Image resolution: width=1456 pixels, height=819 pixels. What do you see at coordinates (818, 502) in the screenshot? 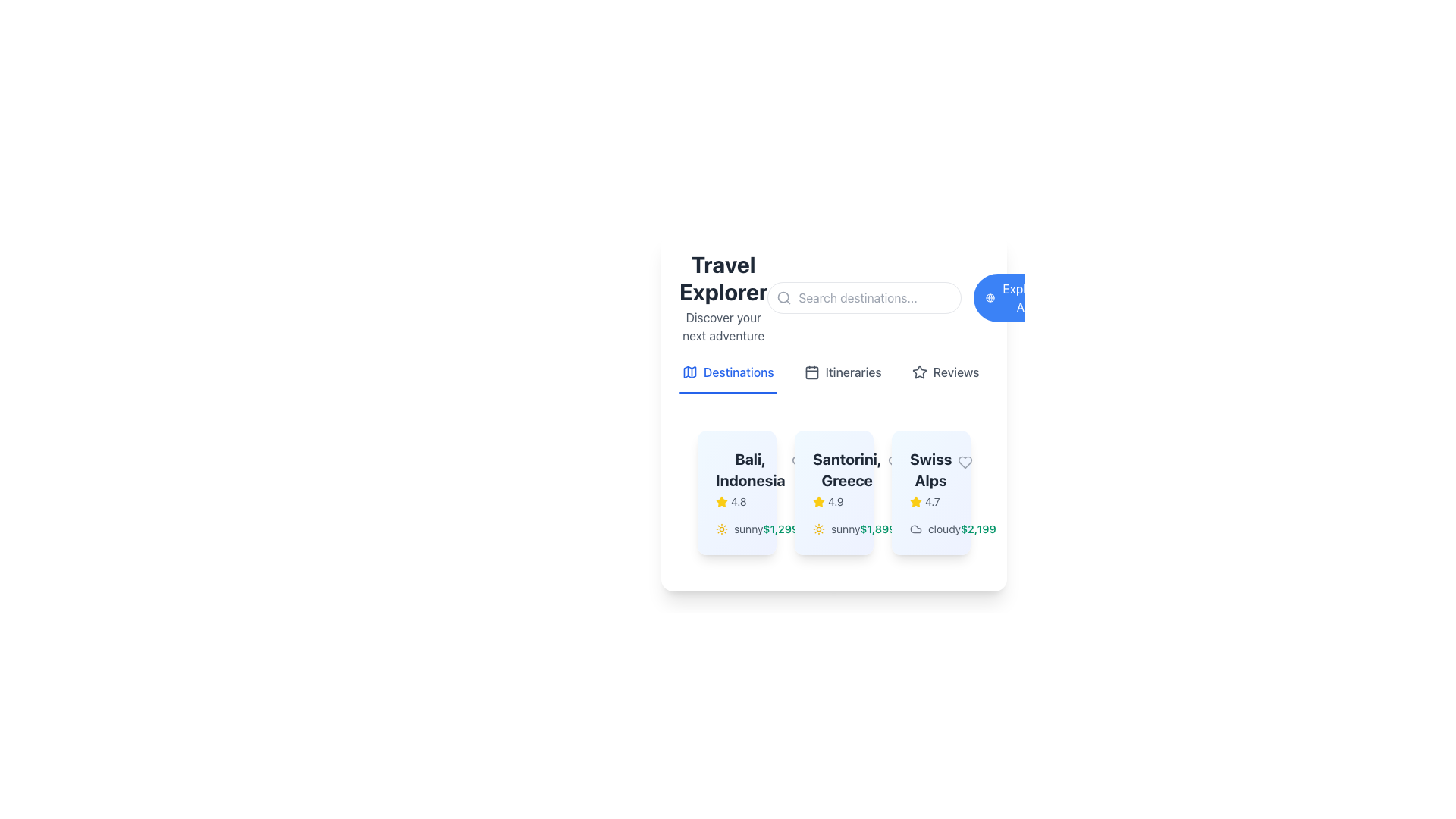
I see `the yellow star-shaped icon located in the 'Santorini, Greece' section of the card interface to interact with the rating` at bounding box center [818, 502].